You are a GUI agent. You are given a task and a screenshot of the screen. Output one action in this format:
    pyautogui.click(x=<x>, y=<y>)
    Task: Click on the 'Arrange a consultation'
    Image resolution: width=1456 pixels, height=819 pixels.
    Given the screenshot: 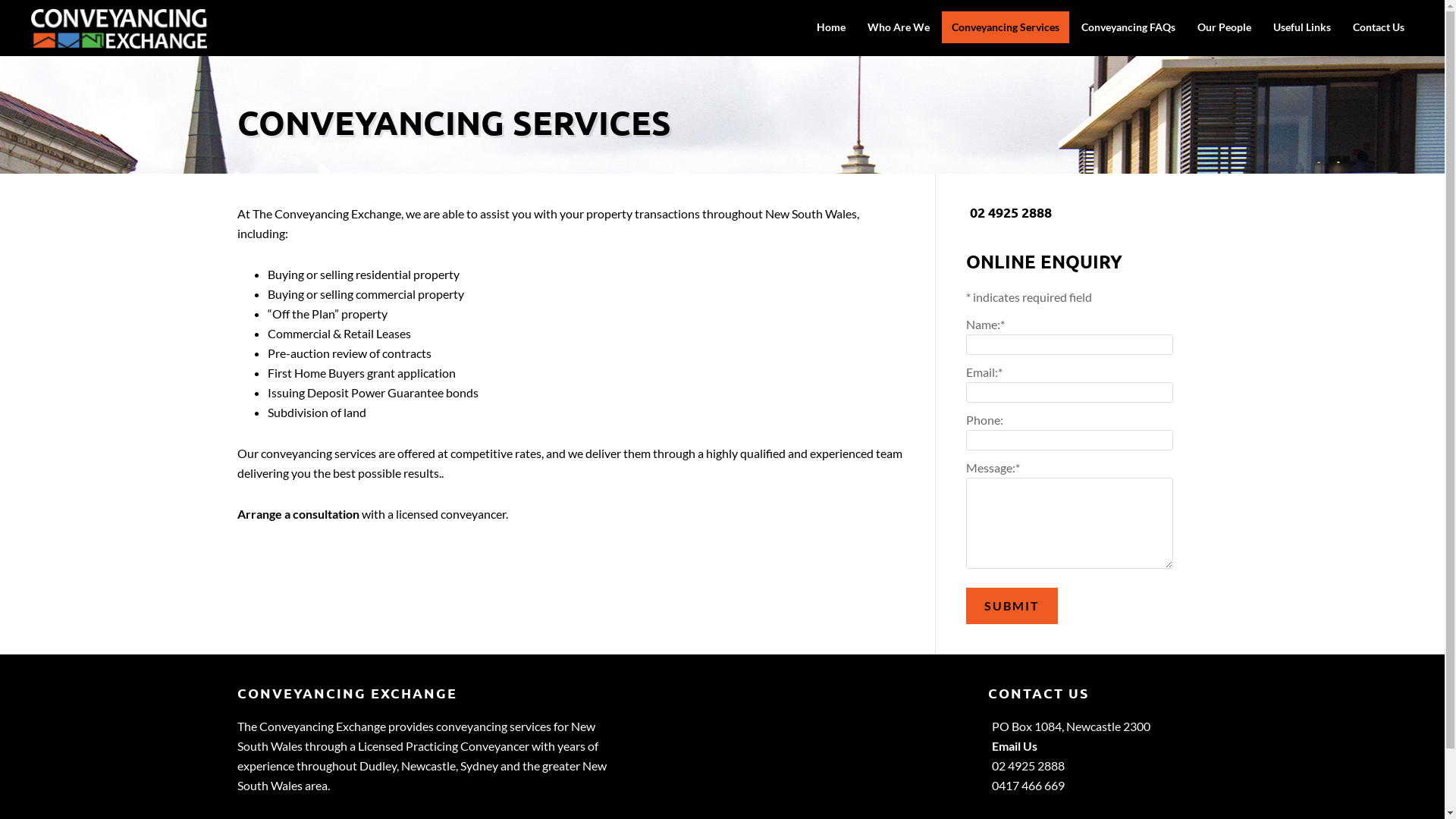 What is the action you would take?
    pyautogui.click(x=236, y=513)
    